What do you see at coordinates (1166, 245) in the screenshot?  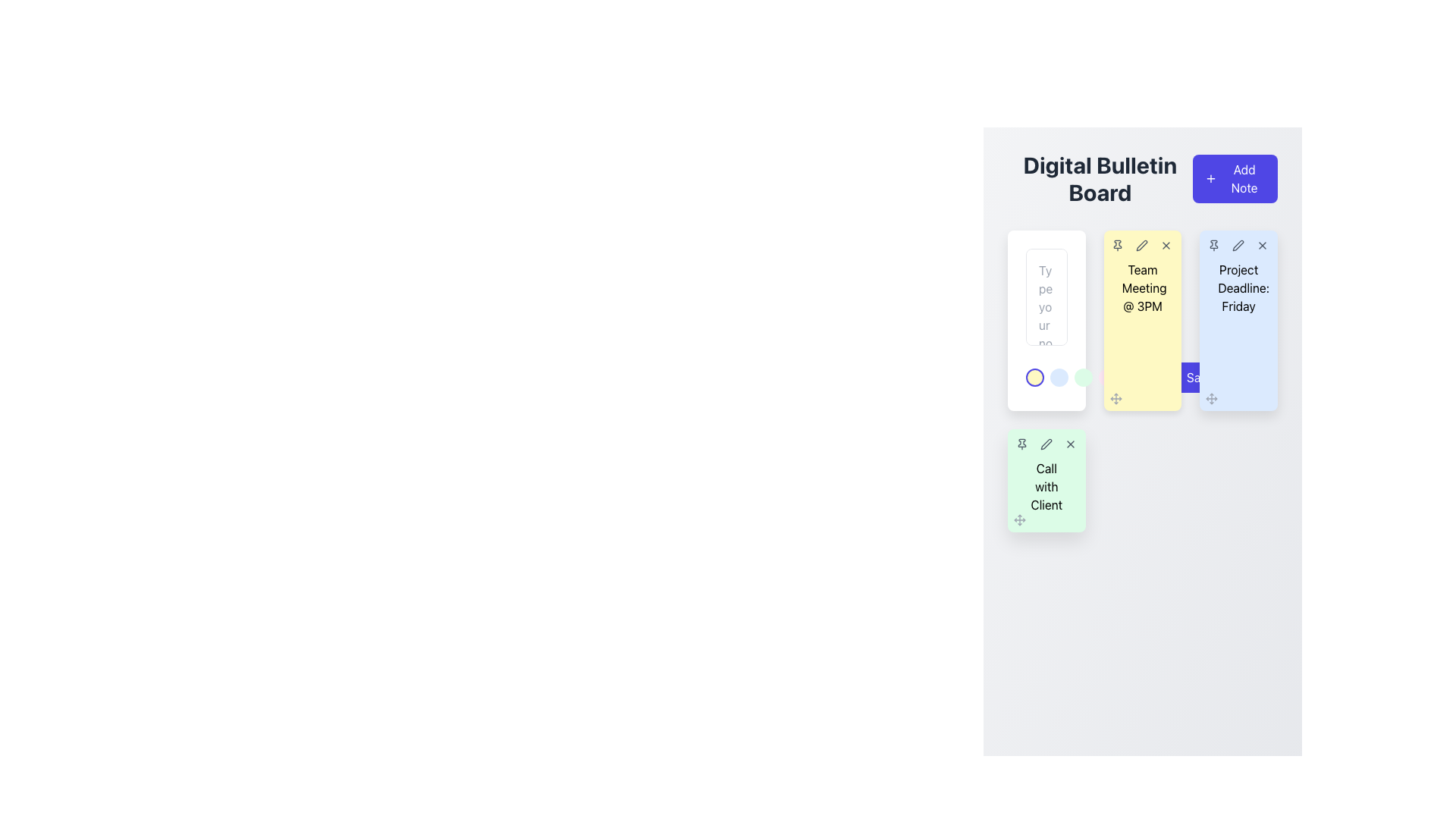 I see `the close button located at the top-right corner of the yellow-colored card titled 'Team Meeting @ 3PM'` at bounding box center [1166, 245].